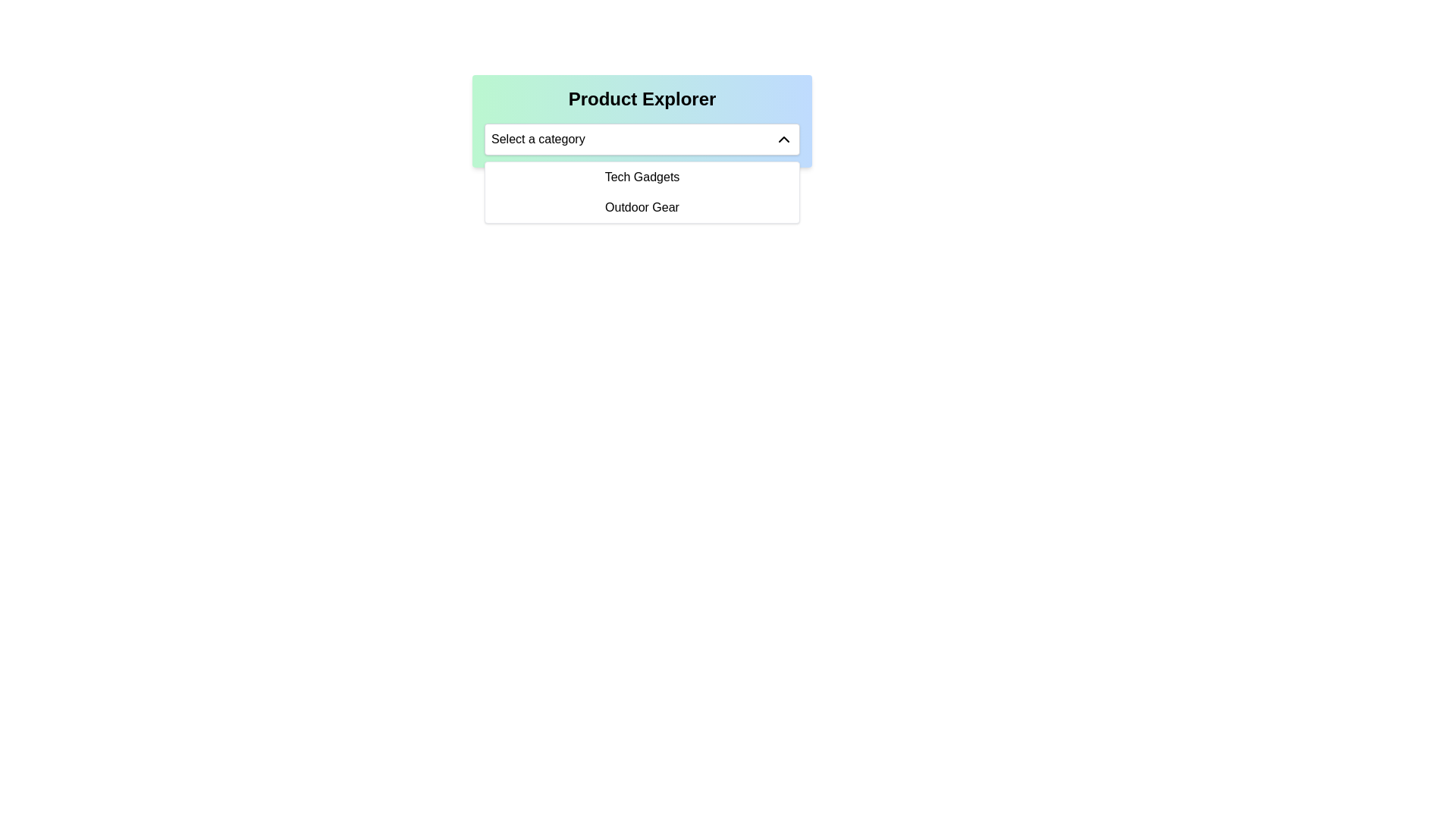  Describe the element at coordinates (783, 140) in the screenshot. I see `the upward-pointing chevron icon used for collapsing the dropdown menu located within the 'Select a category' dropdown interface` at that location.